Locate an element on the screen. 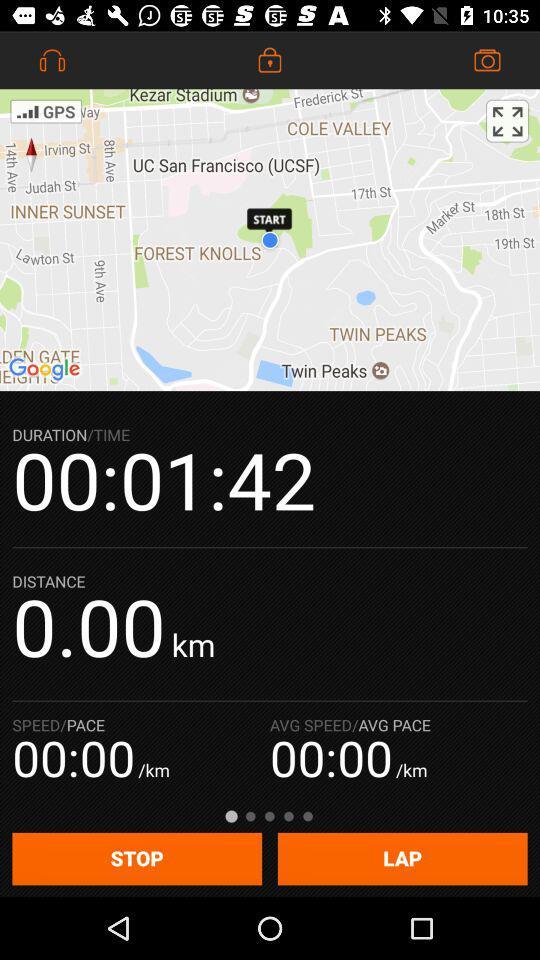 The width and height of the screenshot is (540, 960). the camera icon on the top right of the page is located at coordinates (486, 59).